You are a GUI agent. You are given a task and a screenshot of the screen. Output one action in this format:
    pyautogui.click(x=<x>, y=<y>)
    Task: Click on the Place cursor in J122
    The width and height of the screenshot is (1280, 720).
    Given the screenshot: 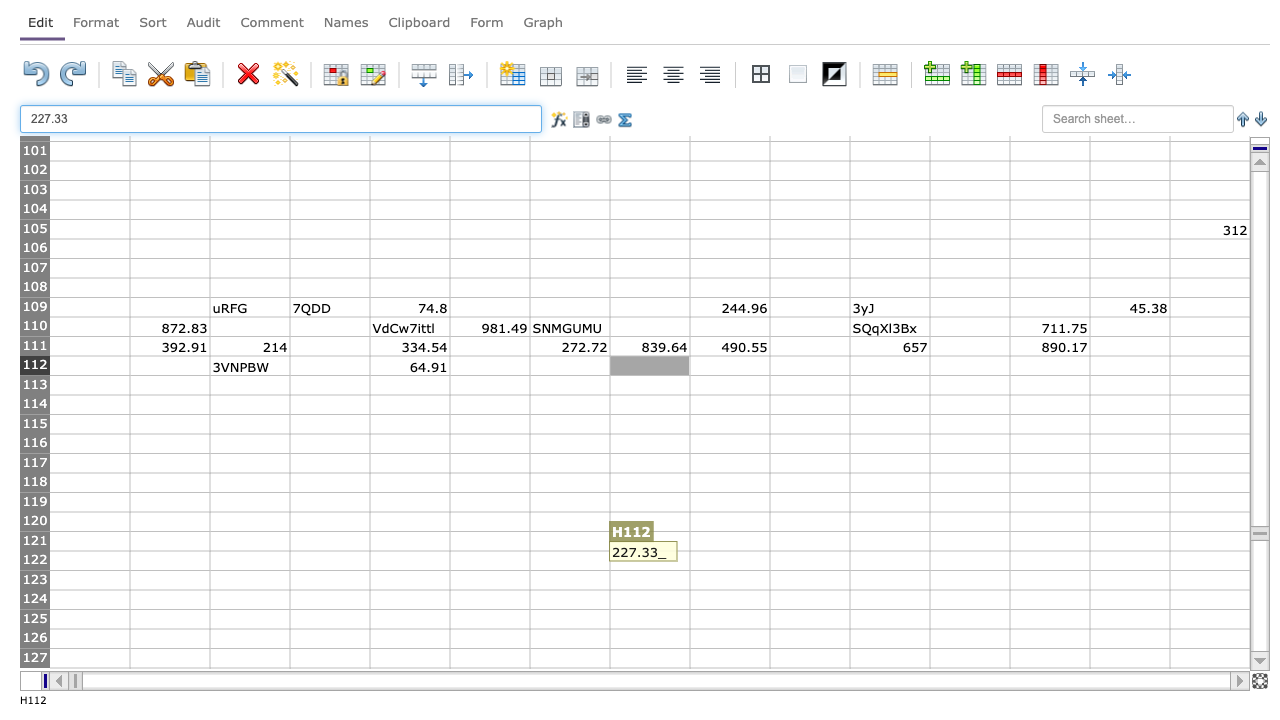 What is the action you would take?
    pyautogui.click(x=809, y=560)
    